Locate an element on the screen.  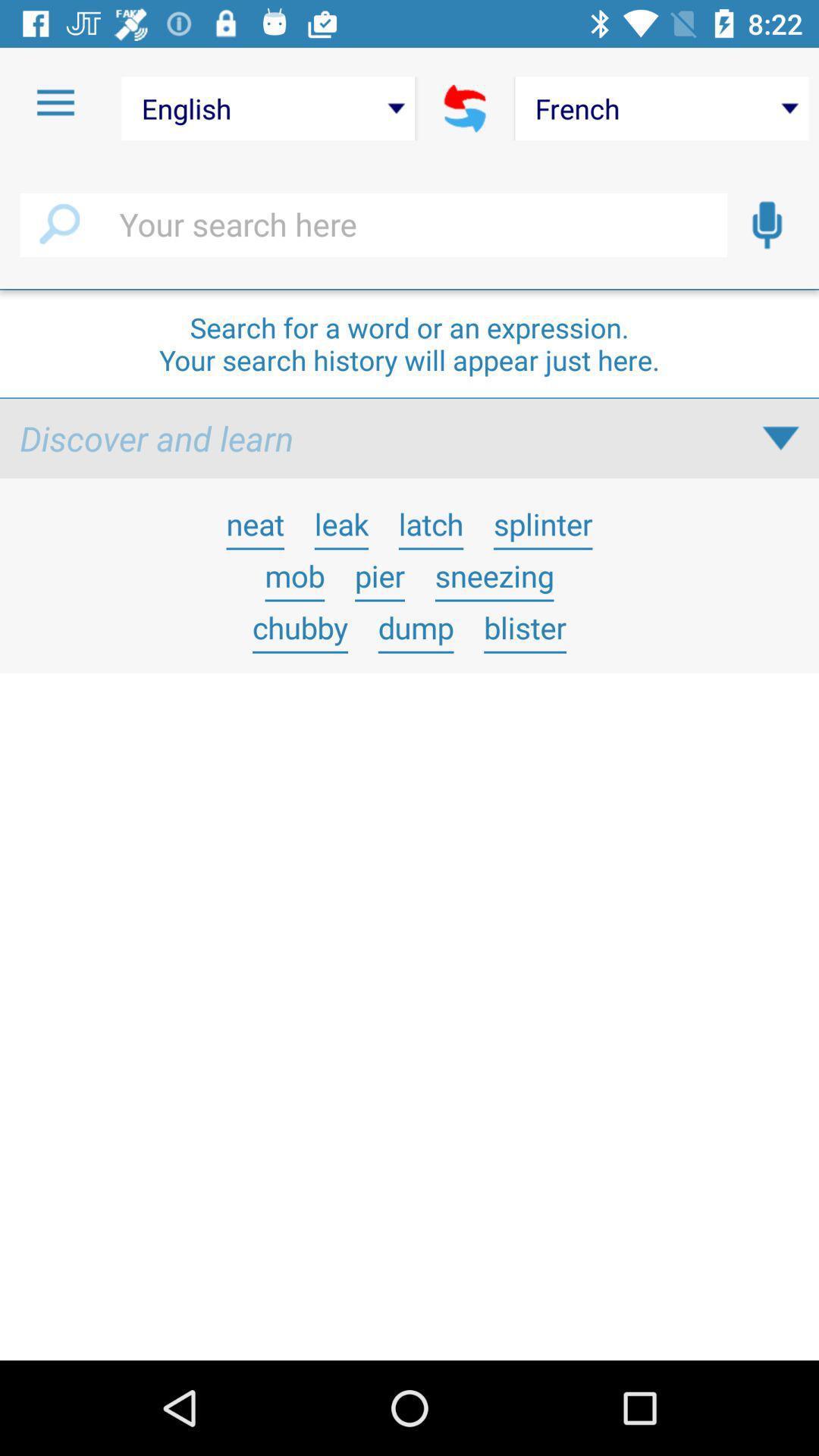
search field is located at coordinates (373, 224).